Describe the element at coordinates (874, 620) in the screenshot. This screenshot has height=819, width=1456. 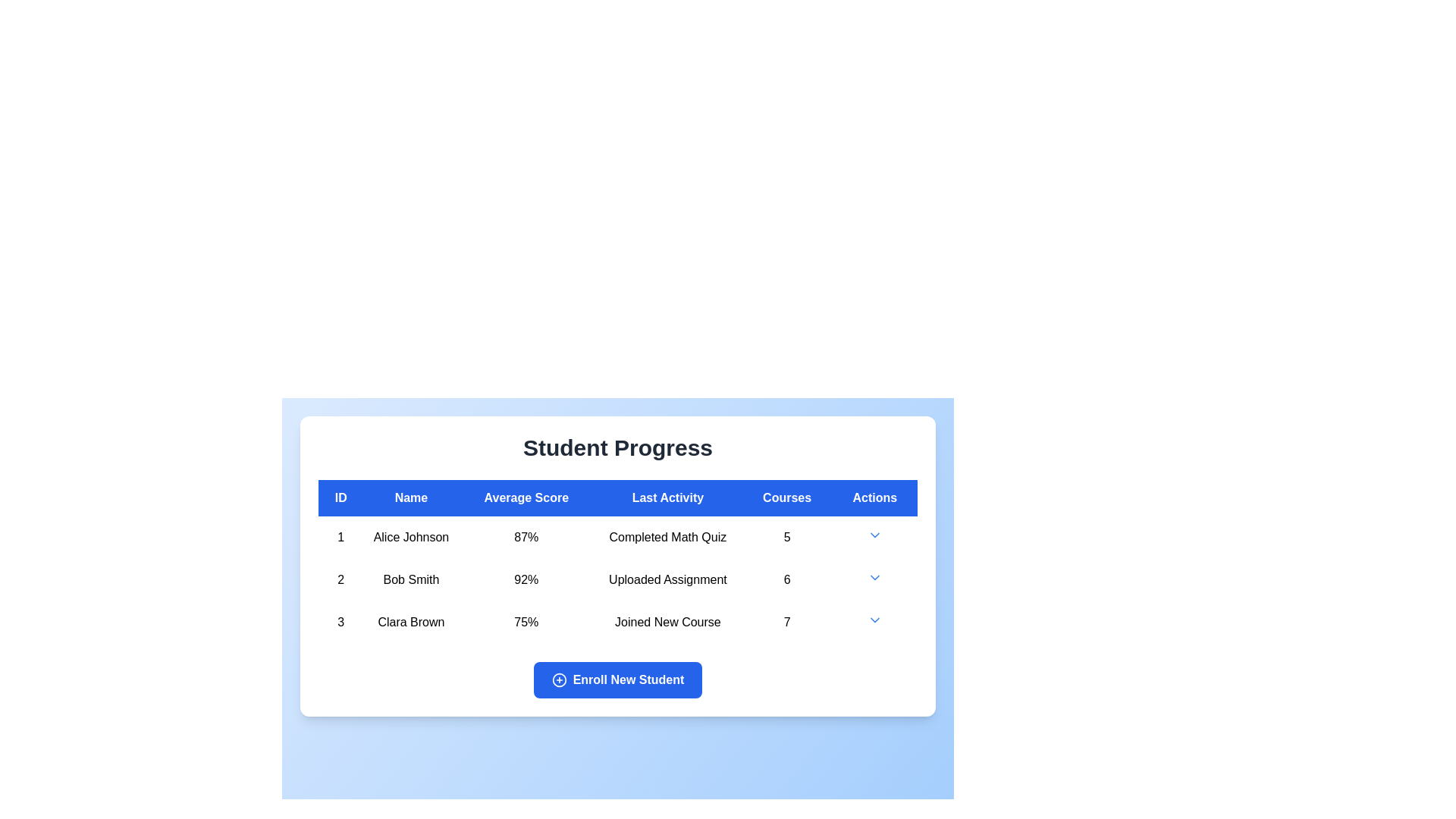
I see `the dropdown toggle button in the 'Actions' column of the last row in the 'Student Progress' table` at that location.